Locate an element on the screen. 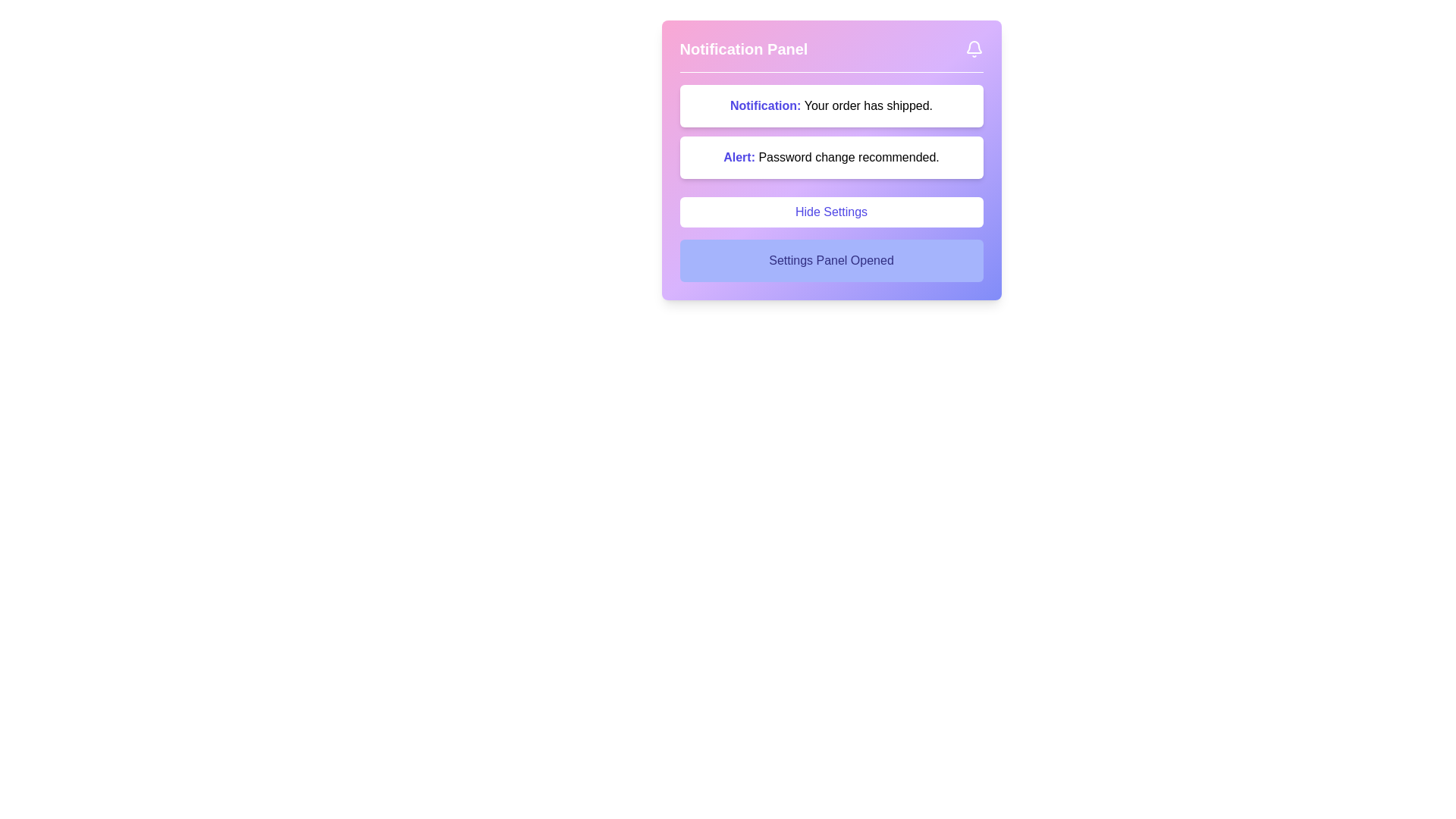 This screenshot has width=1456, height=819. the 'Notification:' text label in the notification panel, which is displayed in bold indigo font and is part of a white rectangular box at the top left of the interface is located at coordinates (767, 105).